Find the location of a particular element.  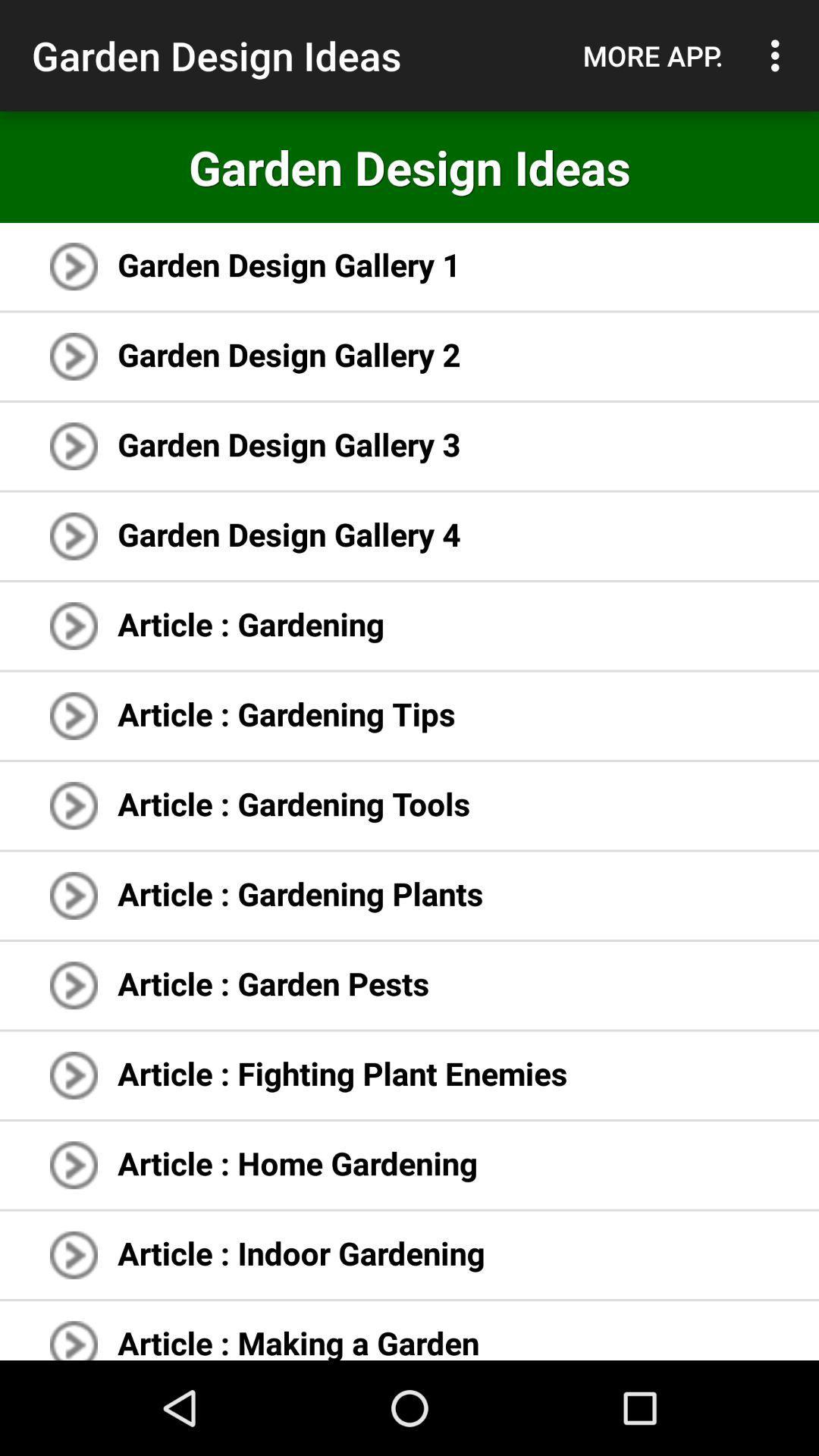

more app. icon is located at coordinates (652, 55).